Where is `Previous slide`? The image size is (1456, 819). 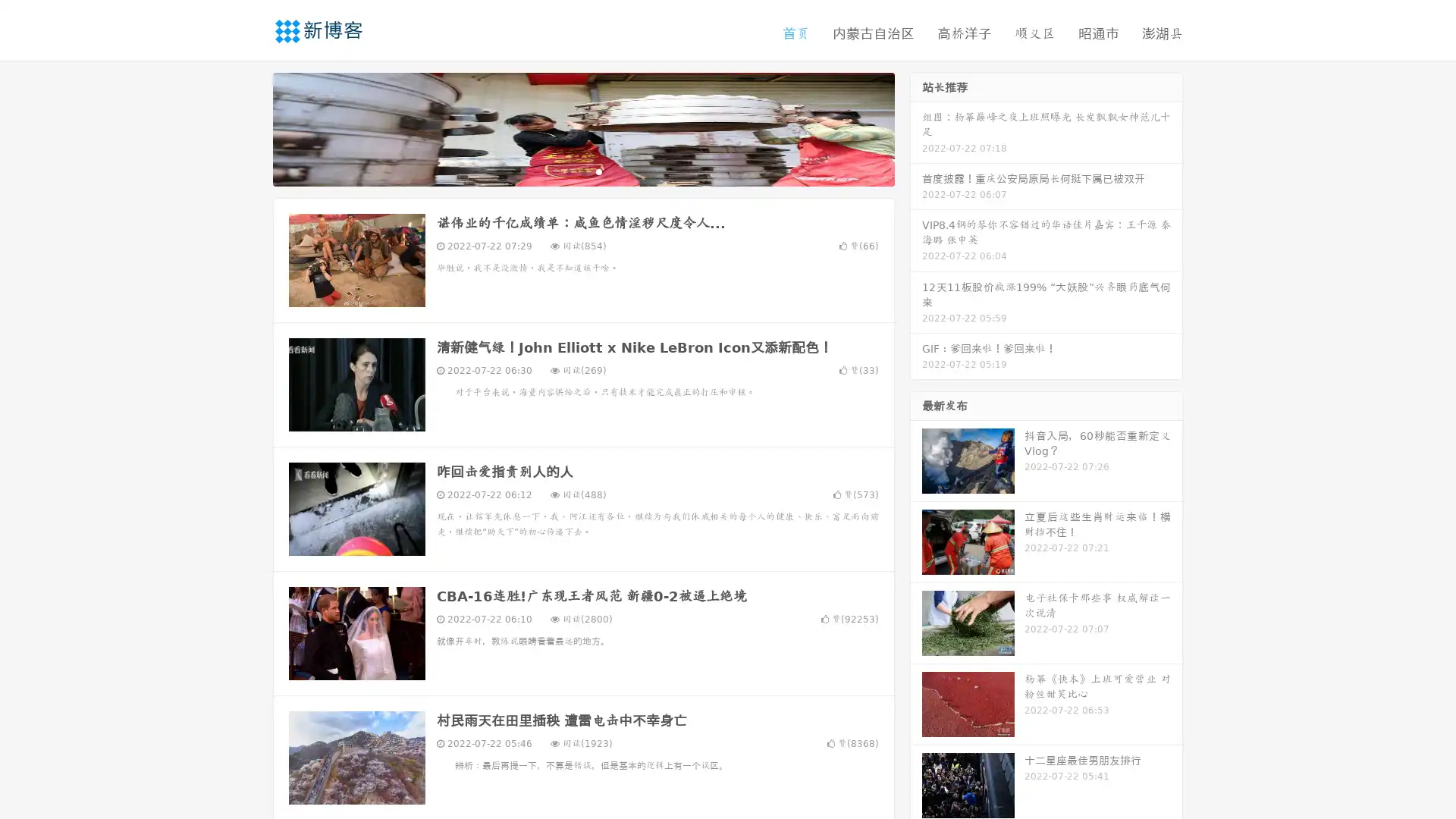
Previous slide is located at coordinates (250, 127).